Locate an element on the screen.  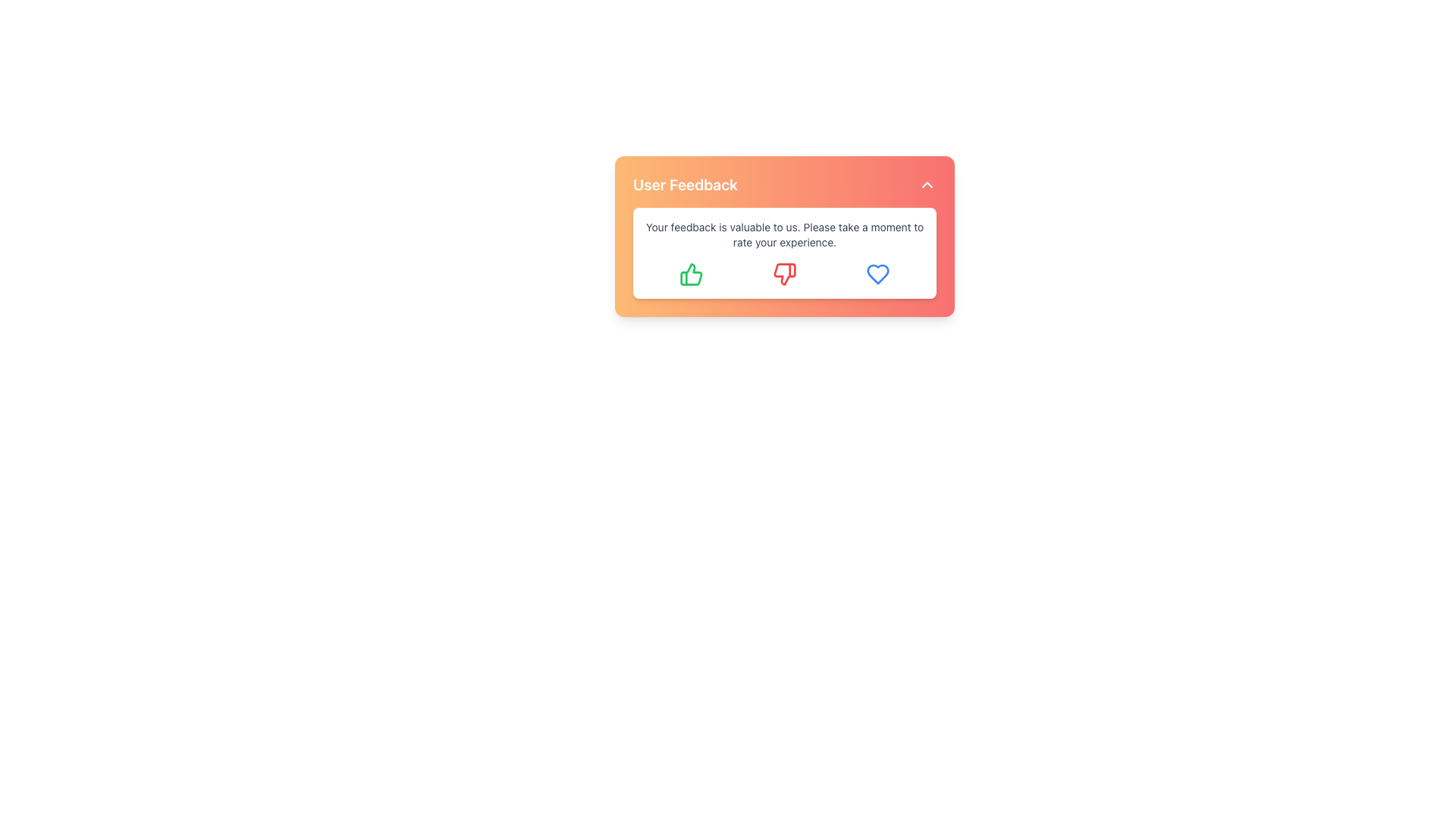
the upward-pointing chevron icon located in the top-right corner of the 'User Feedback' card is located at coordinates (927, 184).